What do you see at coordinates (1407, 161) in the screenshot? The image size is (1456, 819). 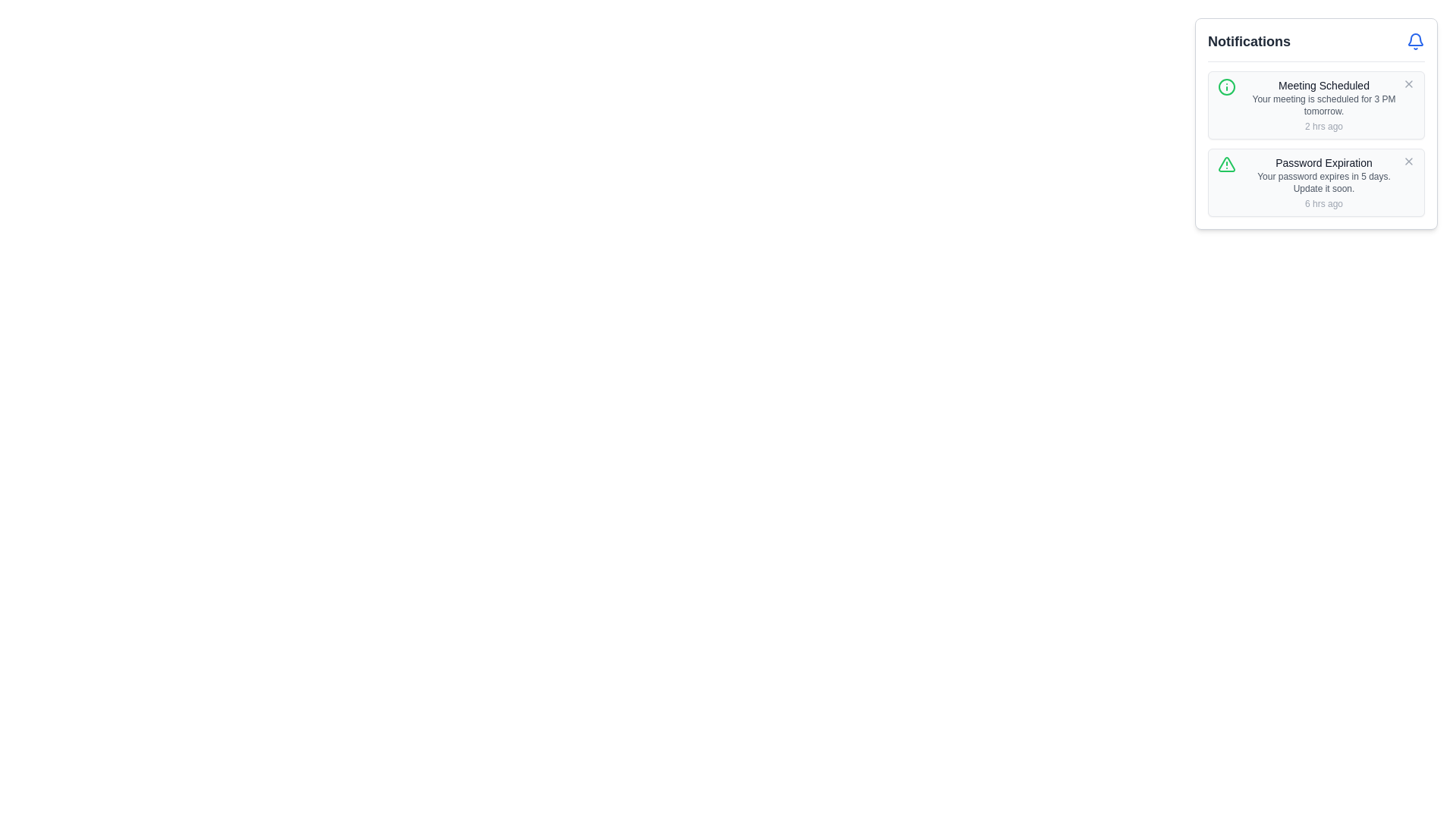 I see `the close button located at the top-right corner of the 'Password Expiration' notification box to trigger a hover state` at bounding box center [1407, 161].